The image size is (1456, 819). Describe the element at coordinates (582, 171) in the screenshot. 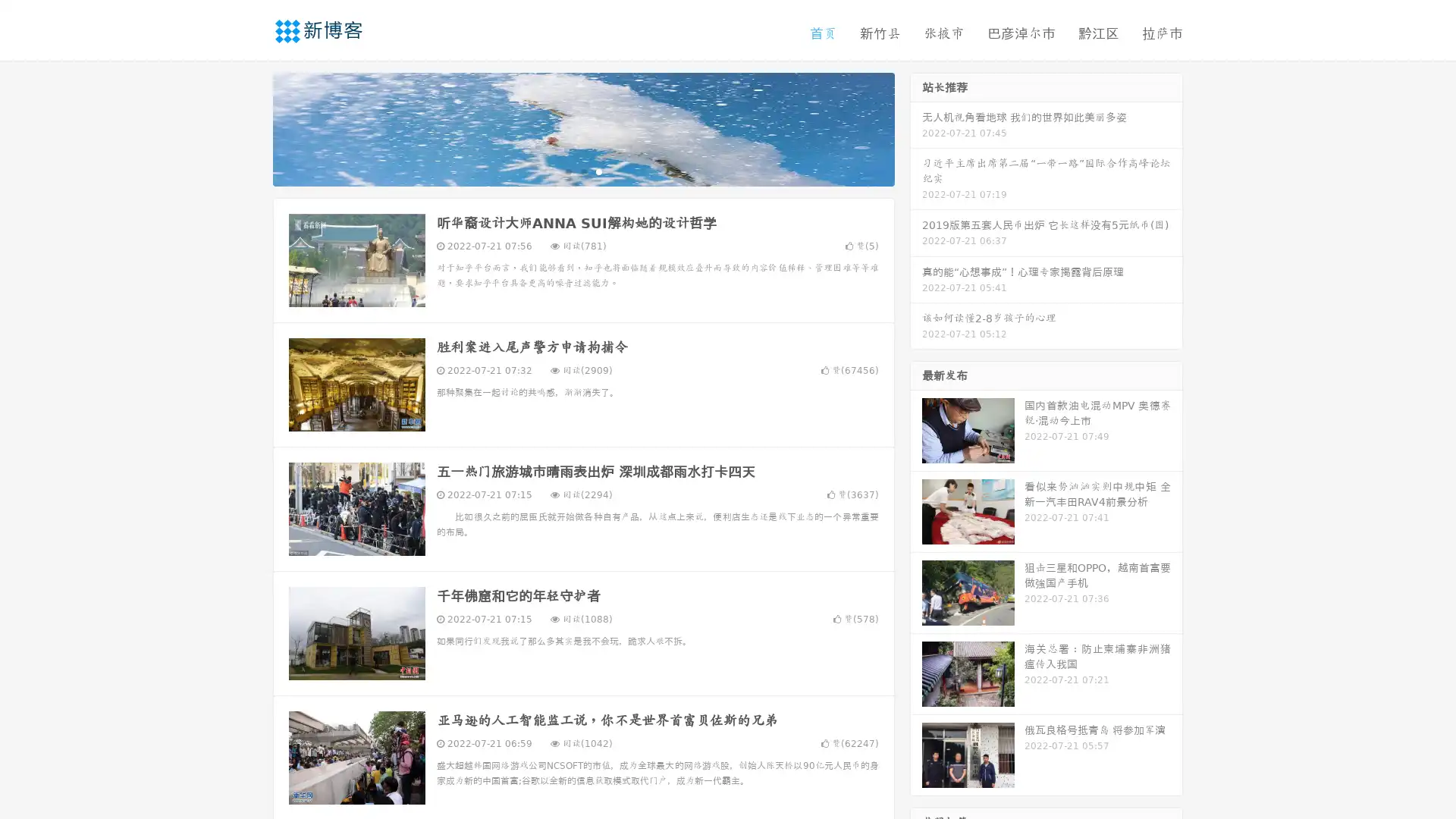

I see `Go to slide 2` at that location.